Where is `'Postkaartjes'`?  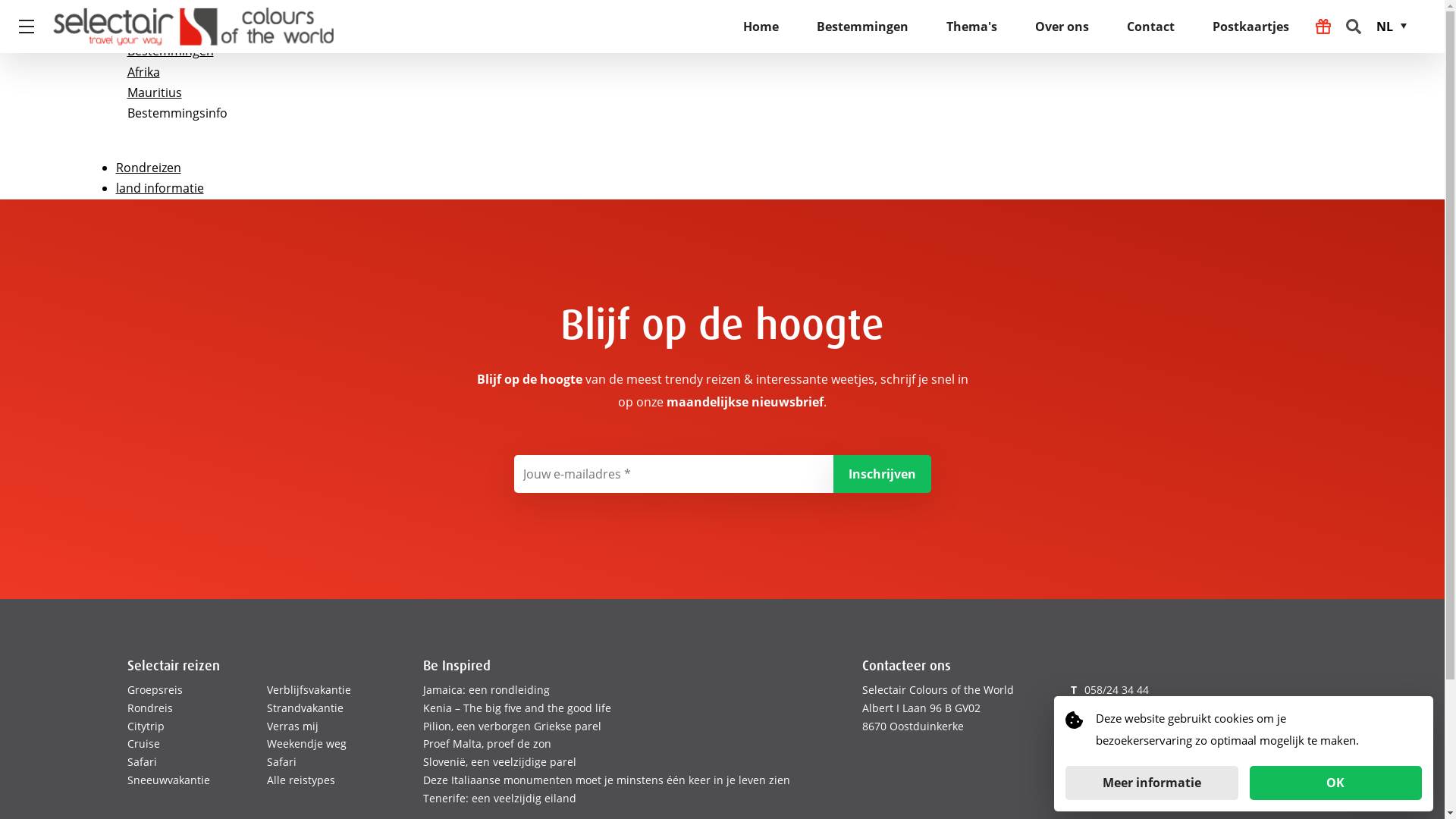
'Postkaartjes' is located at coordinates (1250, 26).